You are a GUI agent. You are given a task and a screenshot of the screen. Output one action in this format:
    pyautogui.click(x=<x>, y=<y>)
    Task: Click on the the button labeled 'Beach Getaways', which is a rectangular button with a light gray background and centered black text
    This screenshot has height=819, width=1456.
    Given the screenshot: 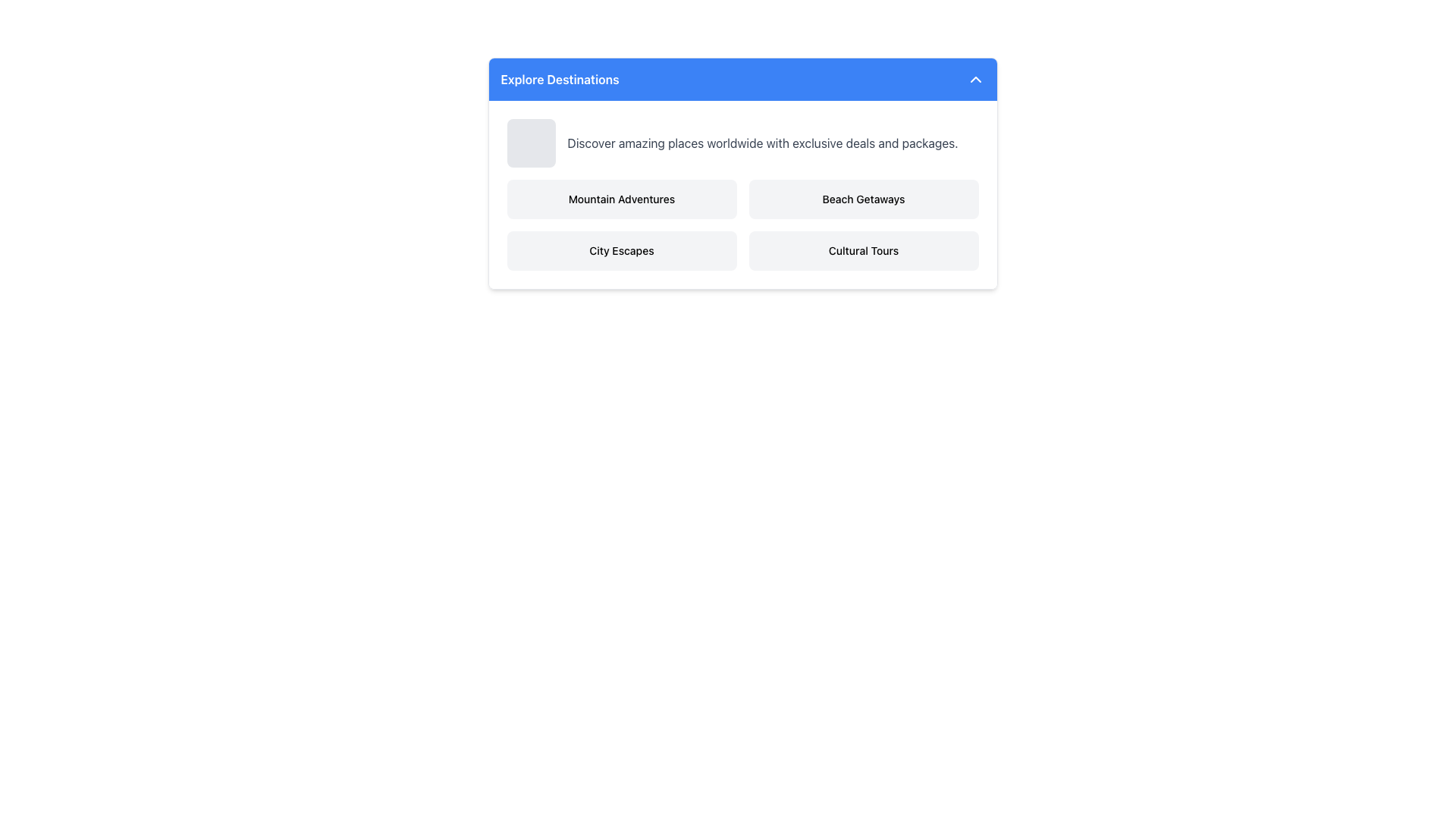 What is the action you would take?
    pyautogui.click(x=863, y=198)
    